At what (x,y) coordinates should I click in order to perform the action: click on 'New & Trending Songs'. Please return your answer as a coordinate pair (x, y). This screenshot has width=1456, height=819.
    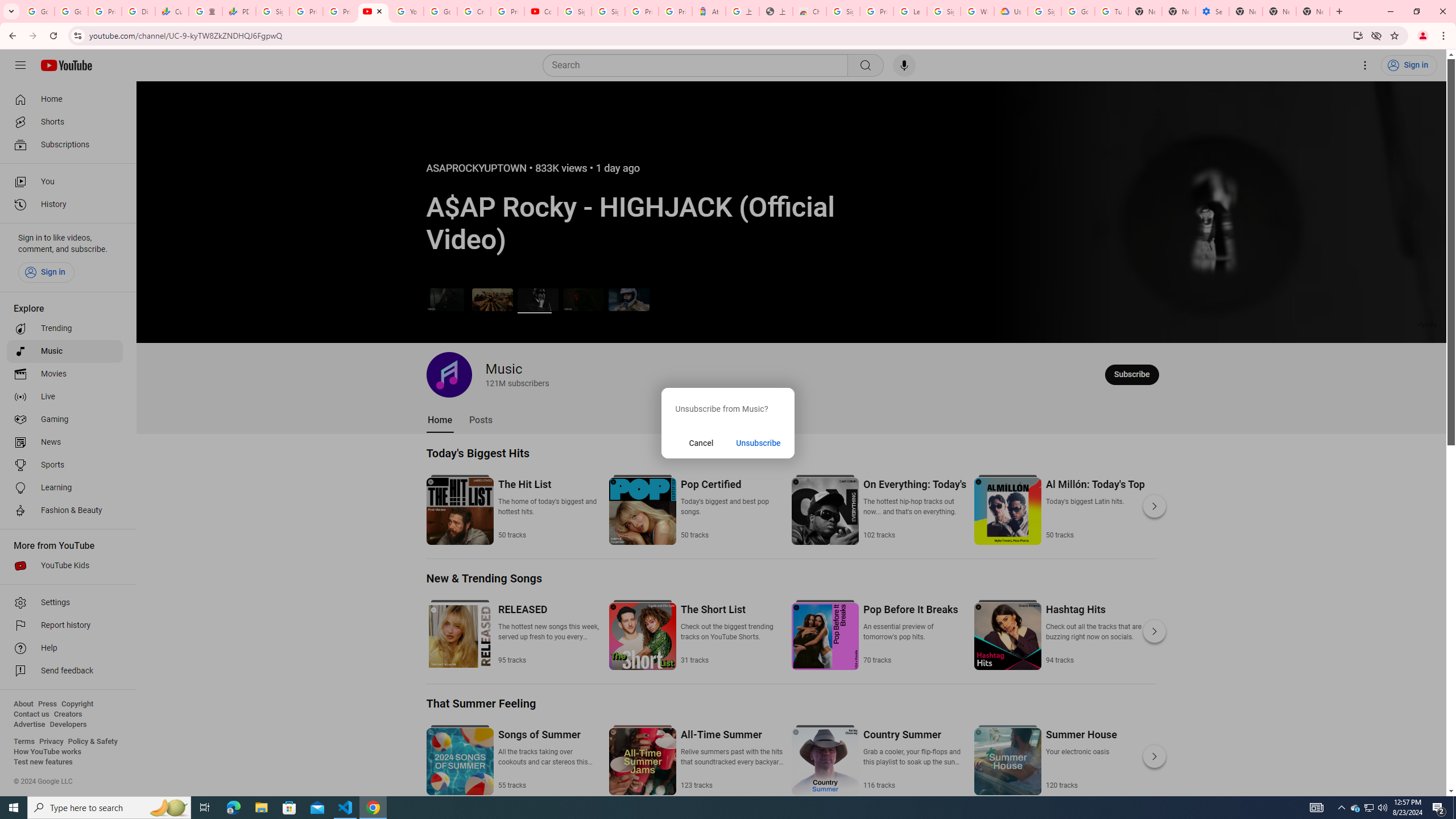
    Looking at the image, I should click on (484, 578).